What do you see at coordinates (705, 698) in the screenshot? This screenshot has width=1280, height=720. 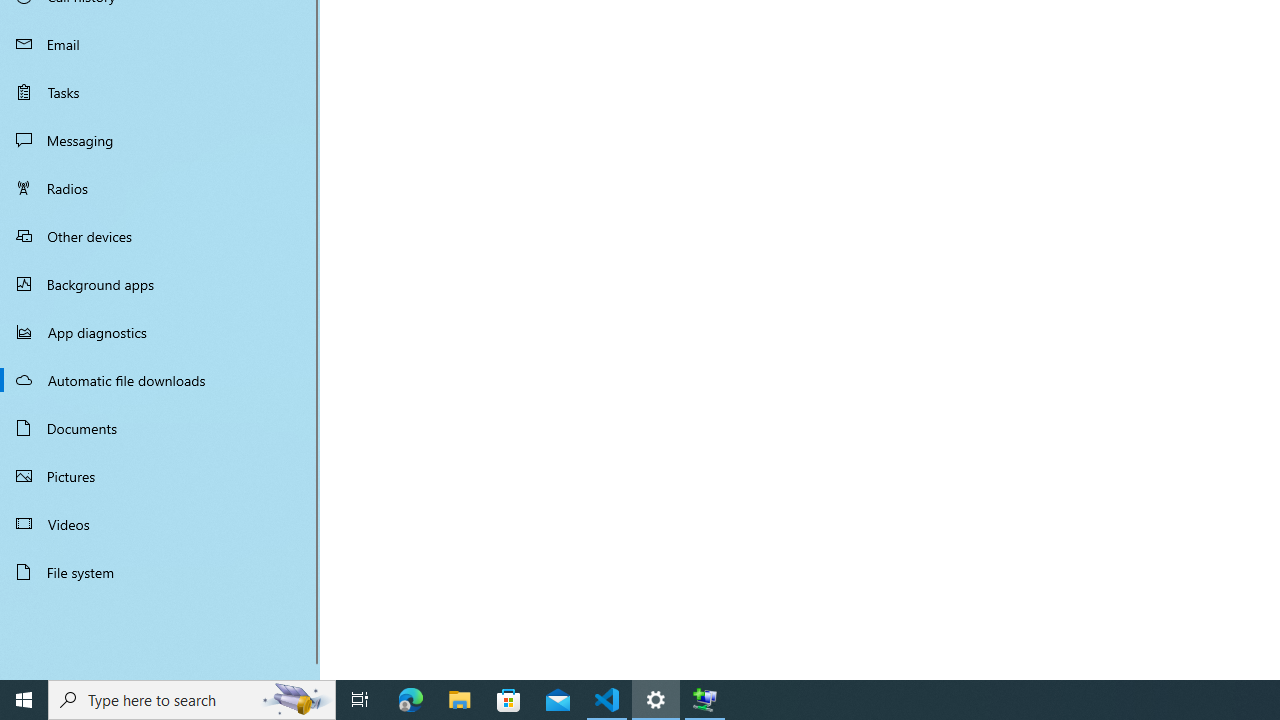 I see `'Extensible Wizards Host Process - 1 running window'` at bounding box center [705, 698].